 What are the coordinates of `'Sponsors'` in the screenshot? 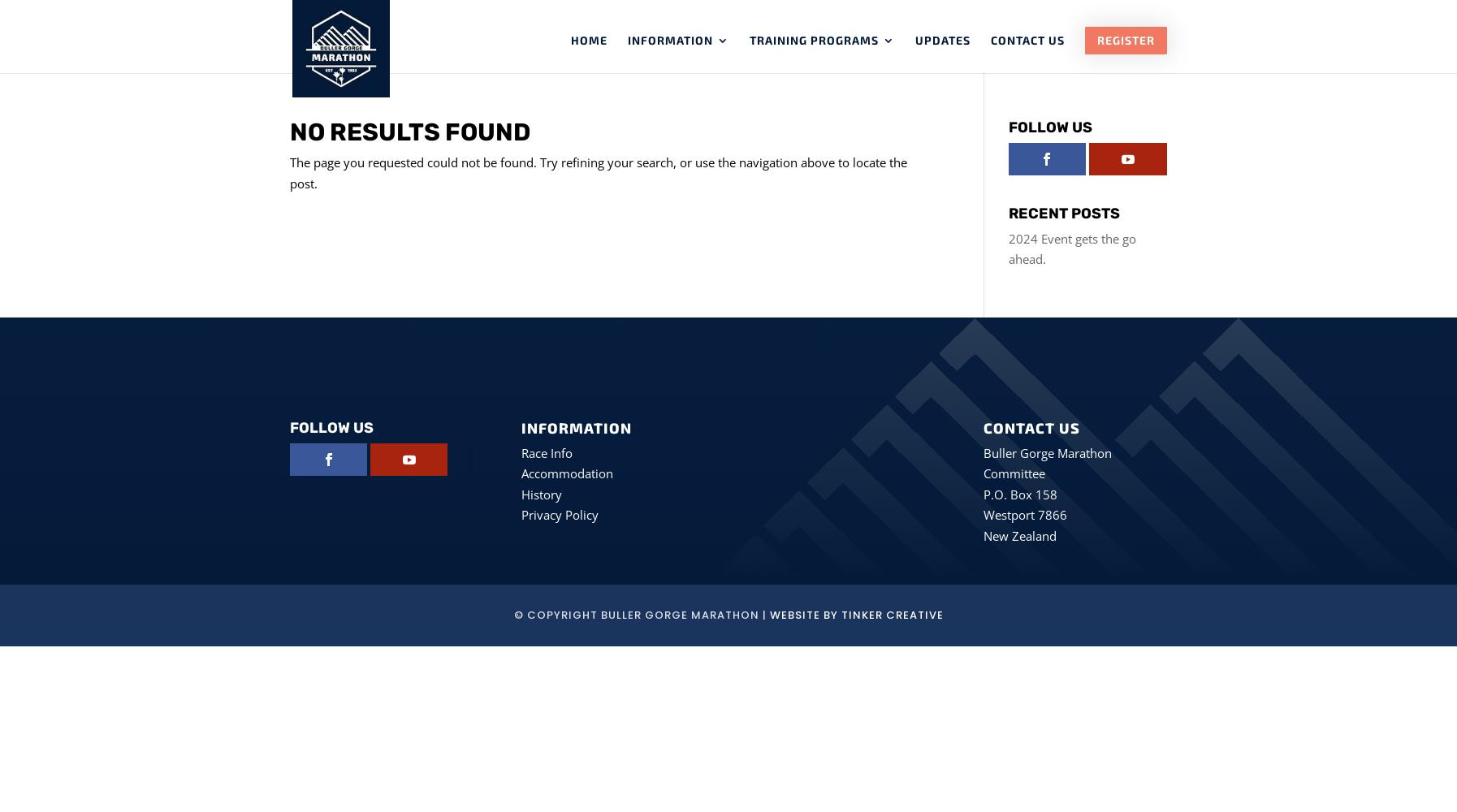 It's located at (693, 237).